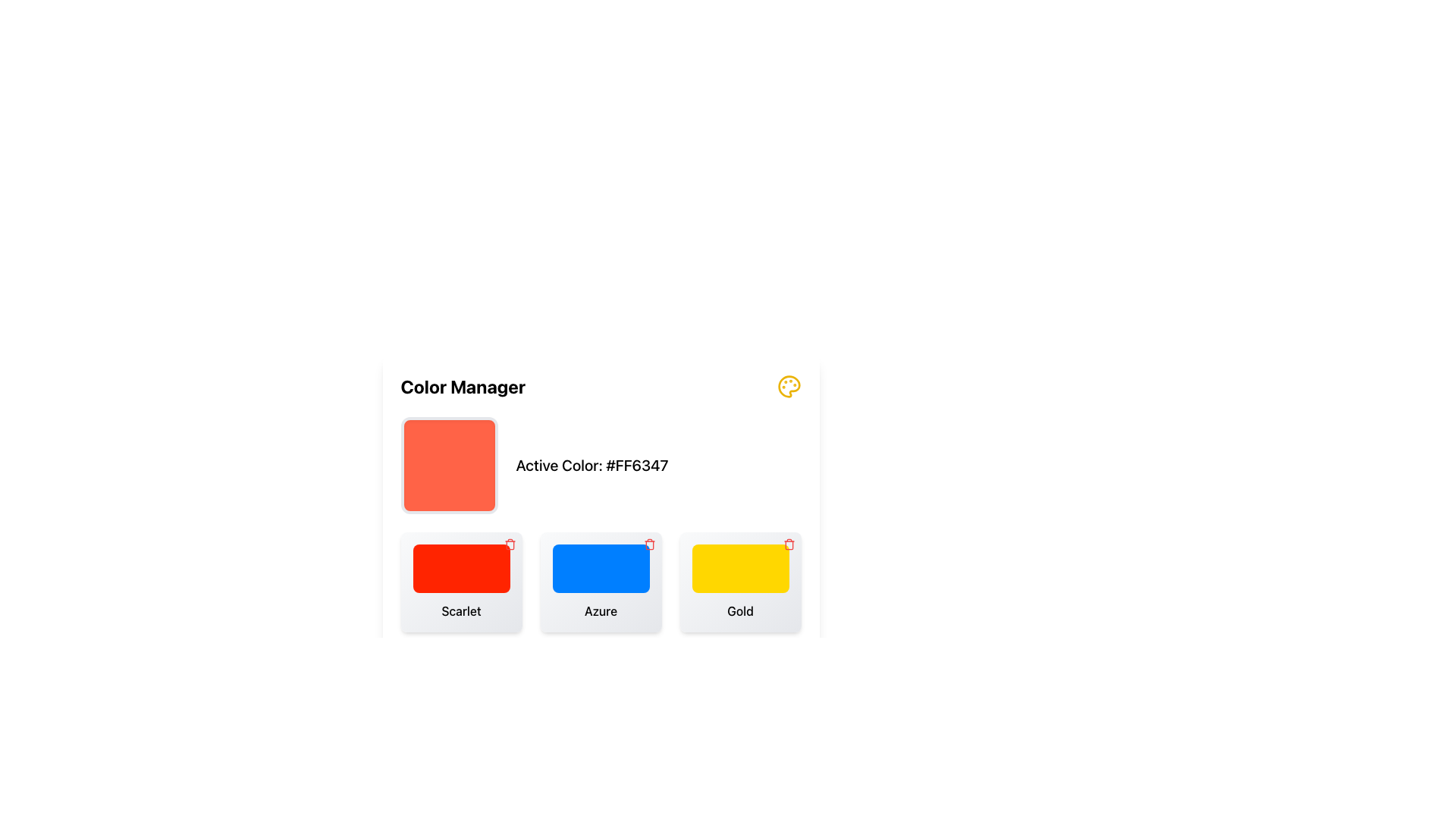 This screenshot has width=1456, height=819. I want to click on the text label displaying 'Azure', which is centered below a blue-backgrounded element with rounded corners, so click(600, 610).